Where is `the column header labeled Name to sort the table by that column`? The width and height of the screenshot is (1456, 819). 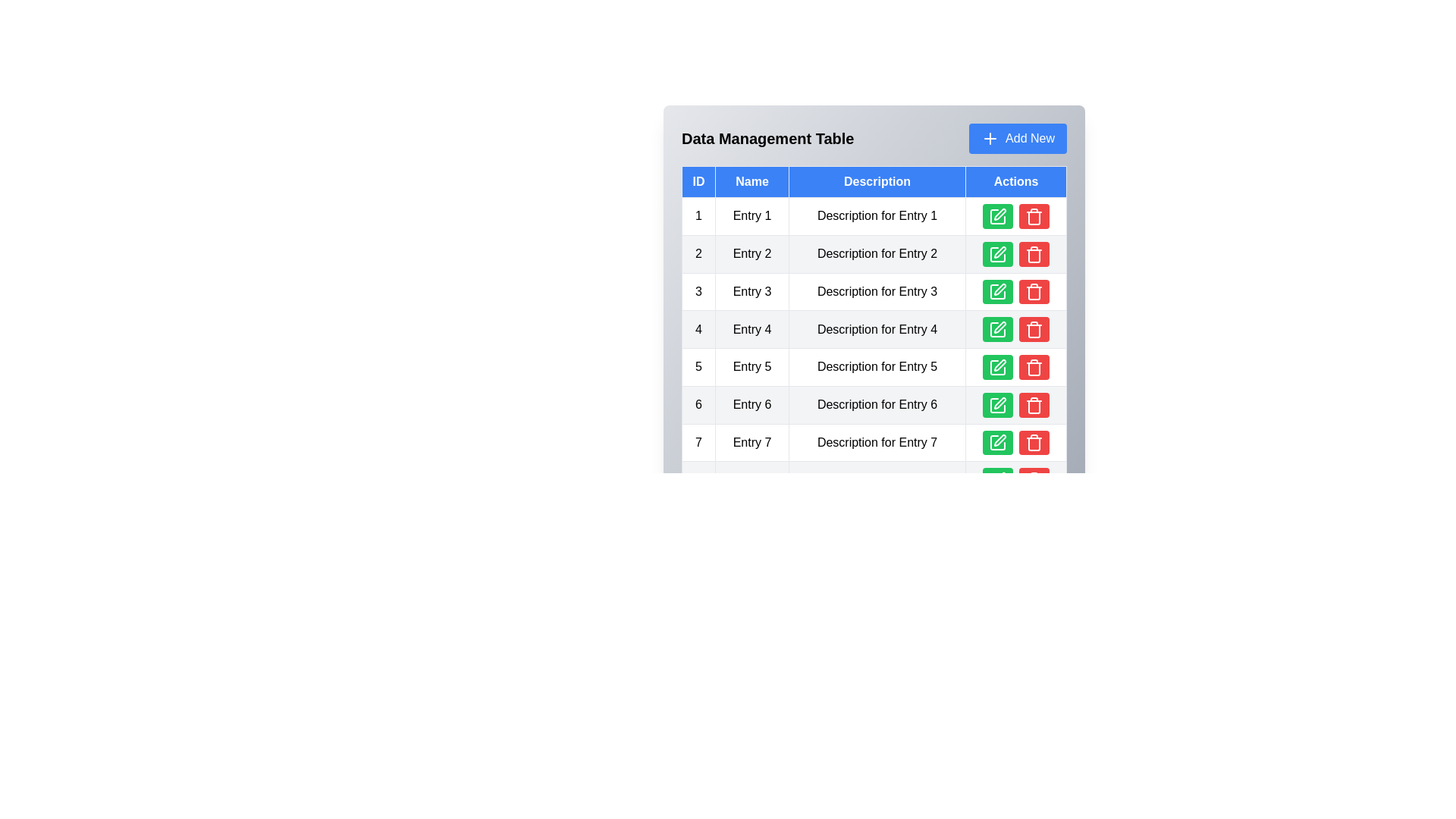 the column header labeled Name to sort the table by that column is located at coordinates (752, 180).